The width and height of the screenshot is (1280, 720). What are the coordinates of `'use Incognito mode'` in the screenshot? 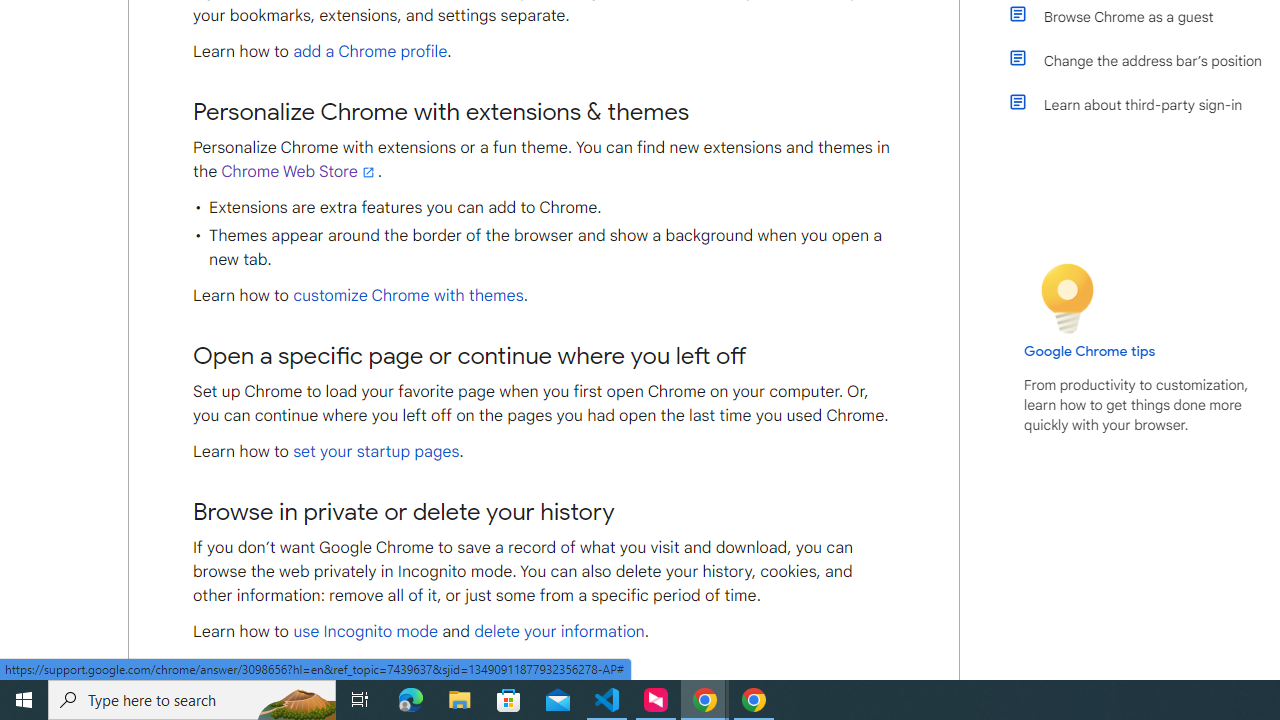 It's located at (366, 632).